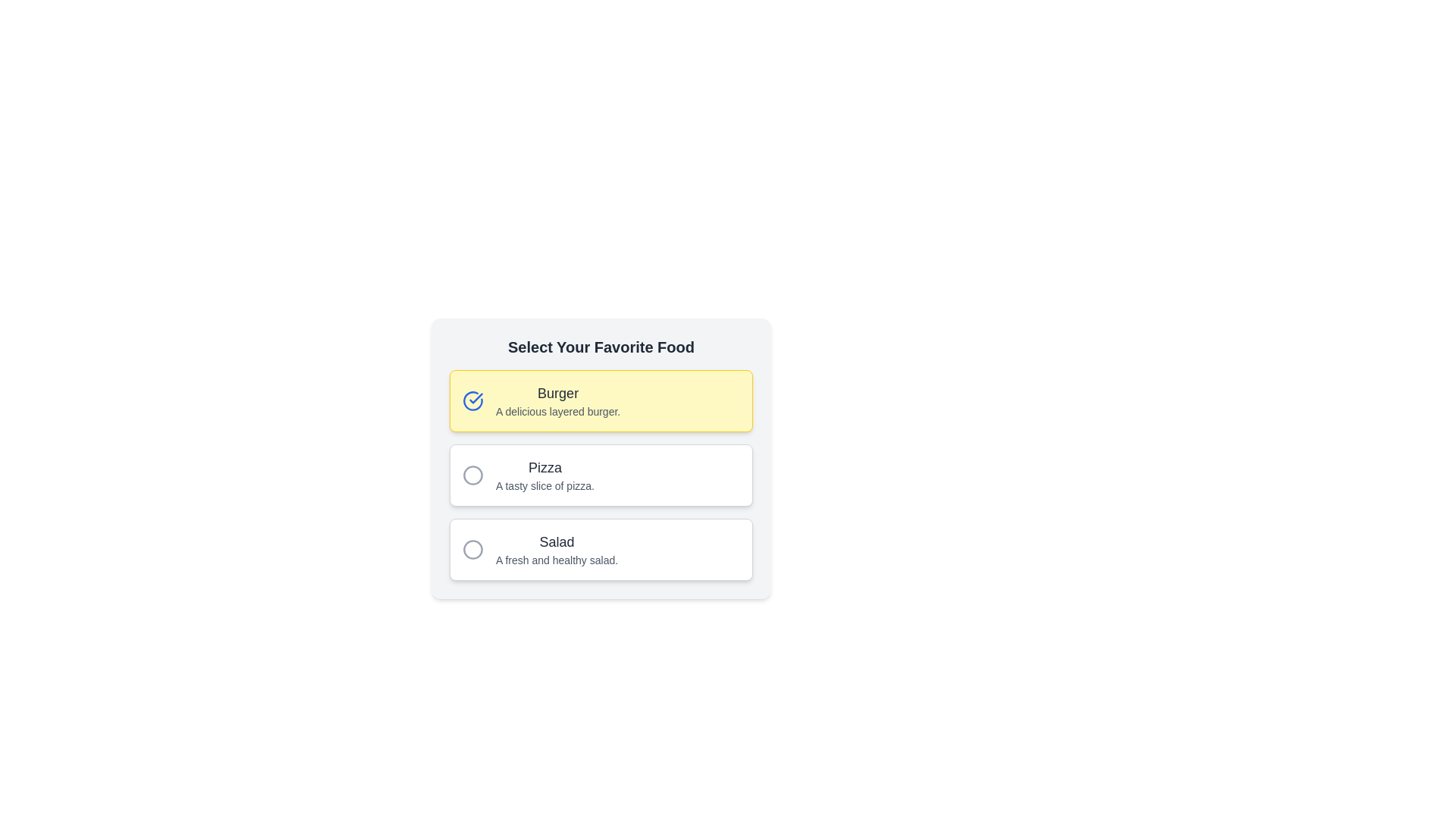  Describe the element at coordinates (472, 475) in the screenshot. I see `the radio button for the 'Pizza' option, which is positioned at the leftmost end of the card containing the text 'Pizza' and 'A tasty slice of pizza.'` at that location.